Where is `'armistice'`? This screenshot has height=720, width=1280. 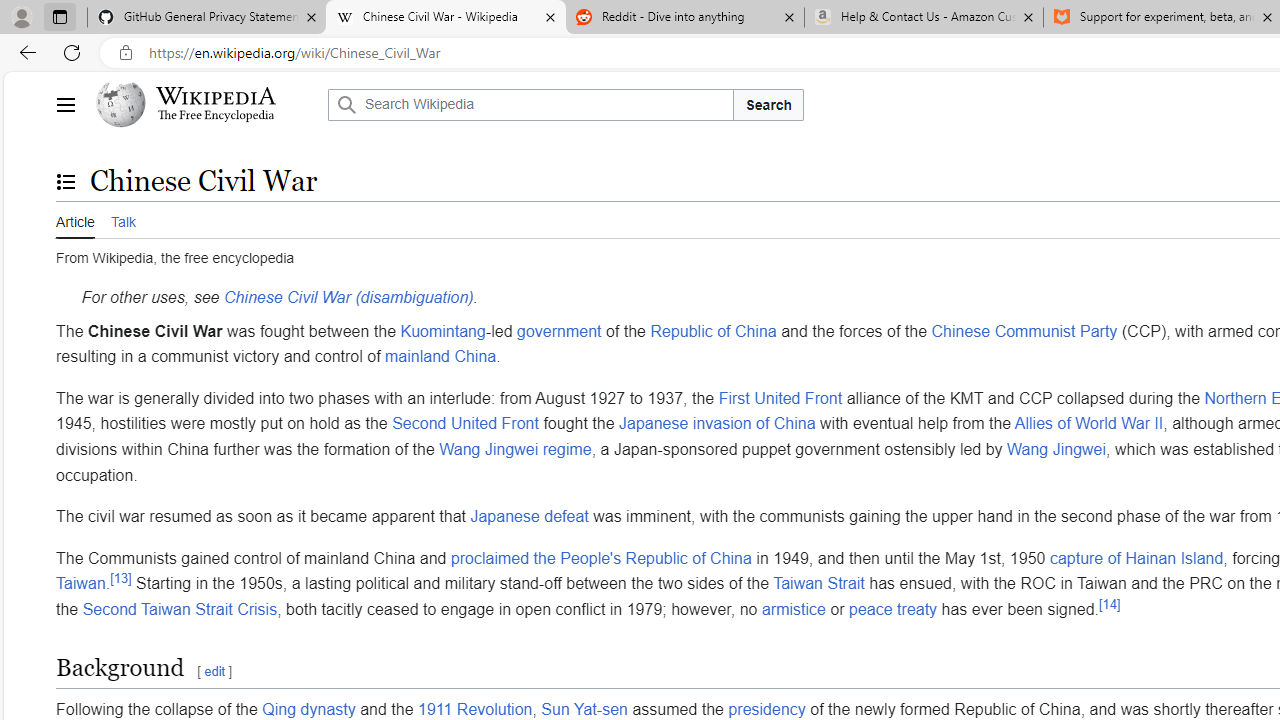
'armistice' is located at coordinates (792, 607).